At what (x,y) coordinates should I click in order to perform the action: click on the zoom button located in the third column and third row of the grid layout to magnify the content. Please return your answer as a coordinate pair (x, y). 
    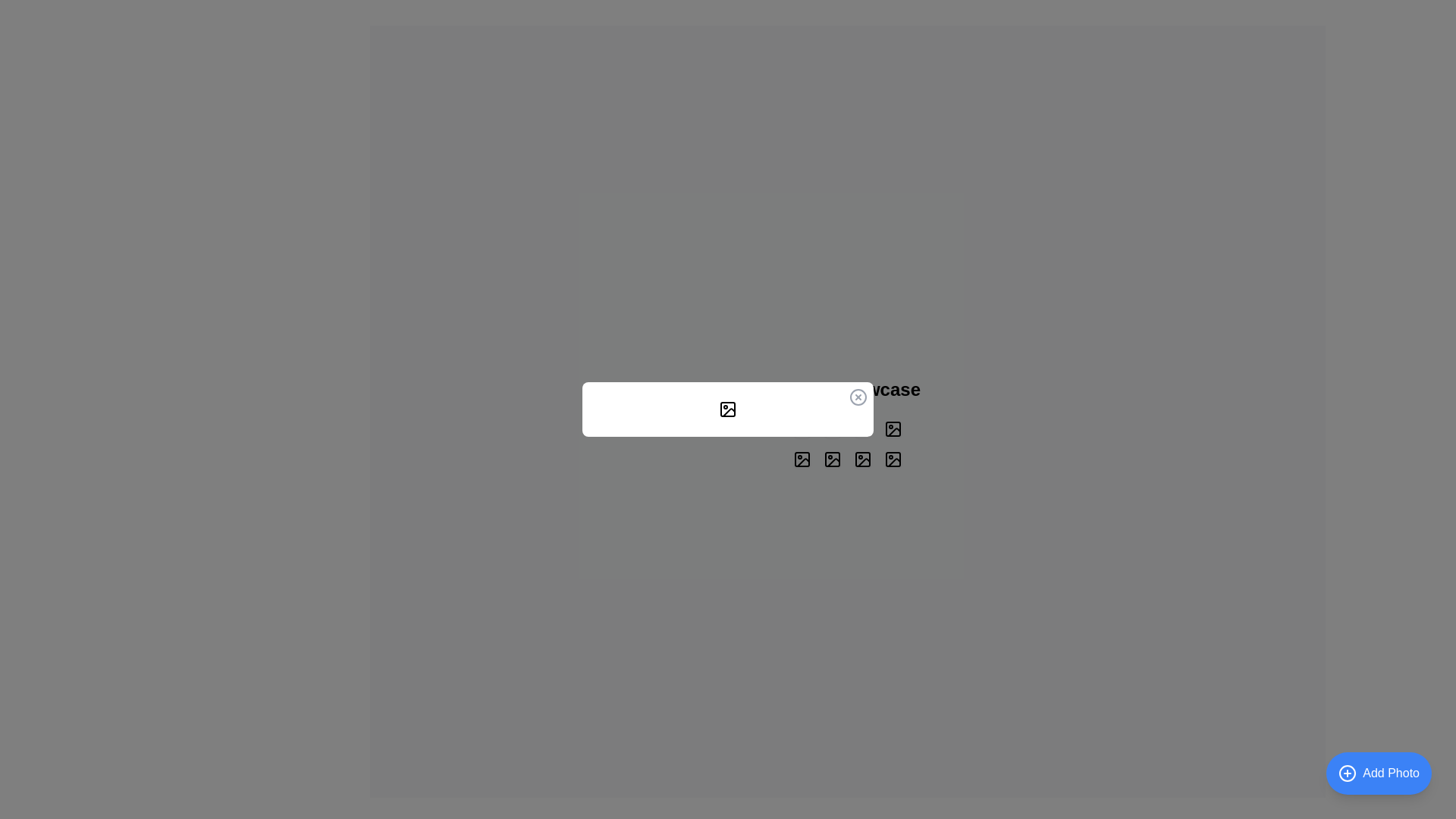
    Looking at the image, I should click on (832, 458).